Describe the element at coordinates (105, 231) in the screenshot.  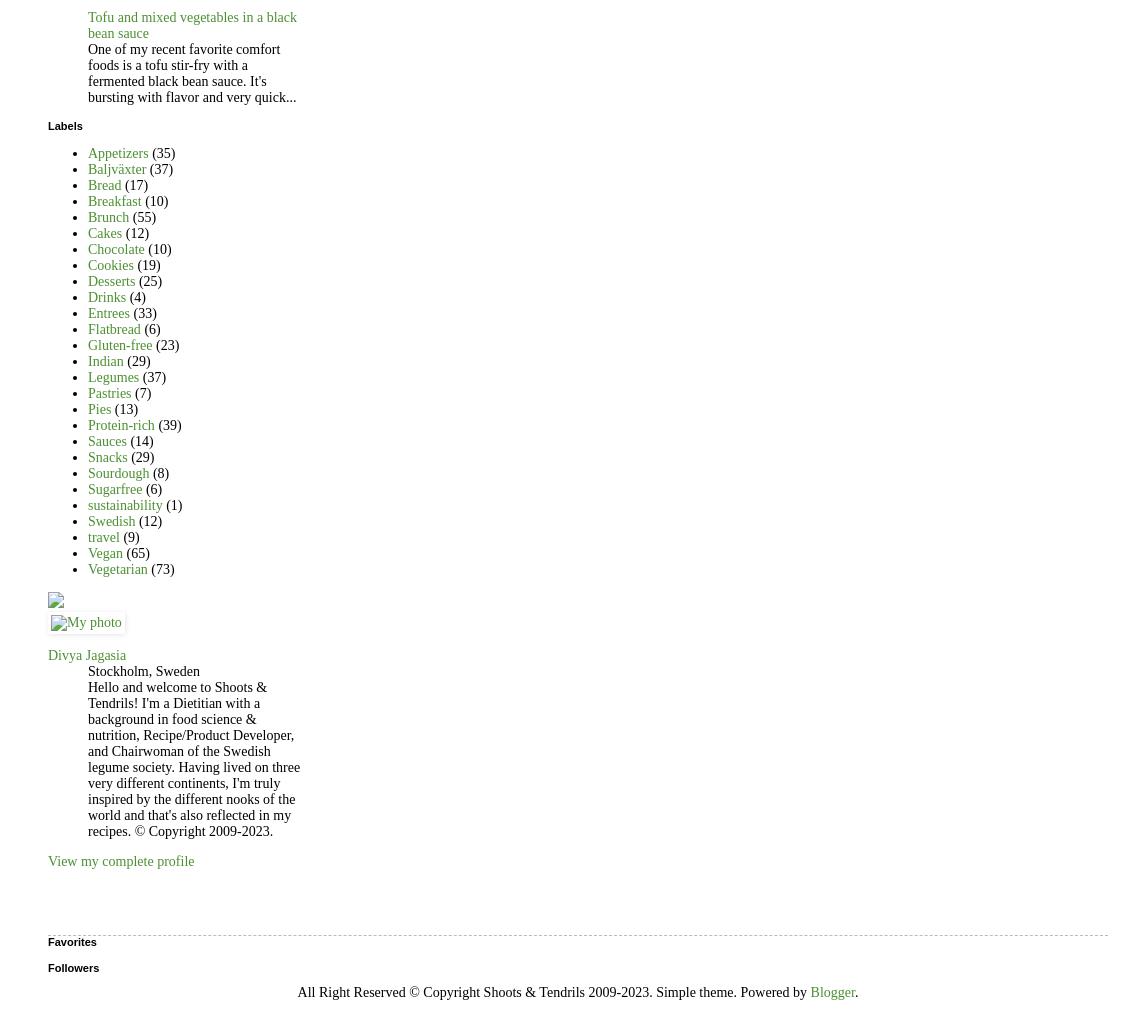
I see `'Cakes'` at that location.